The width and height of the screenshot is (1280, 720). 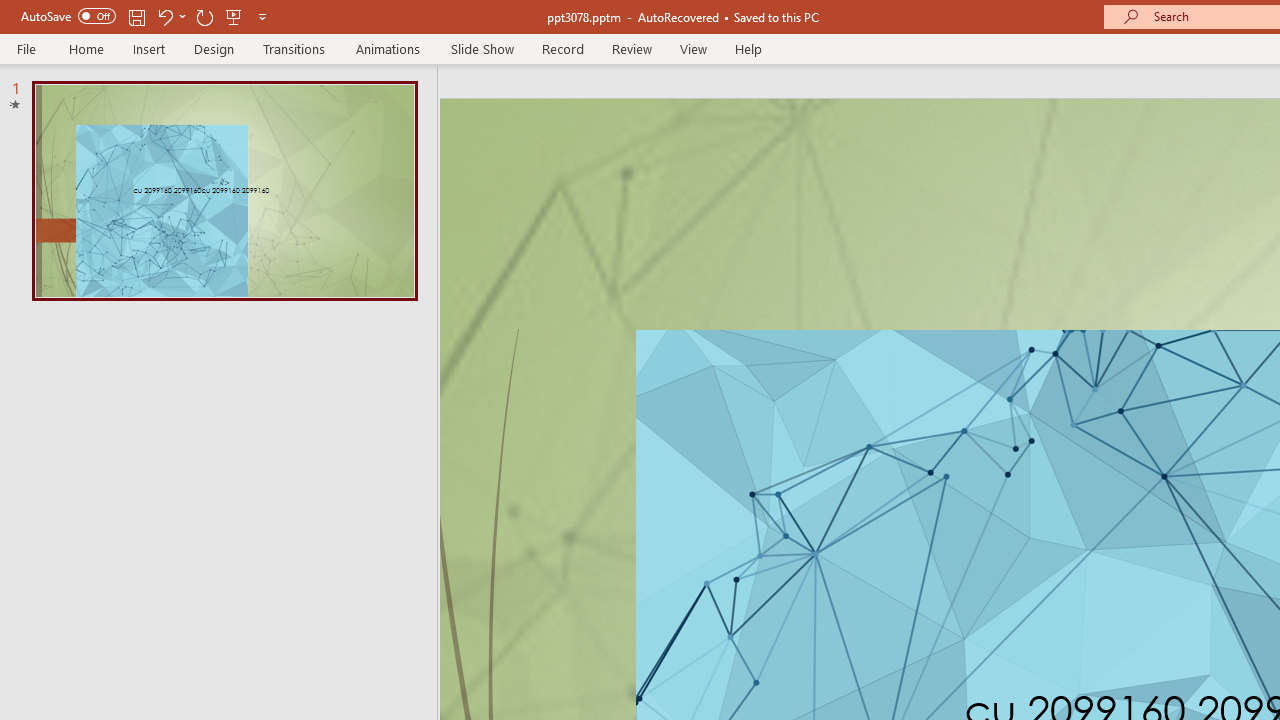 I want to click on 'Slide Show', so click(x=481, y=48).